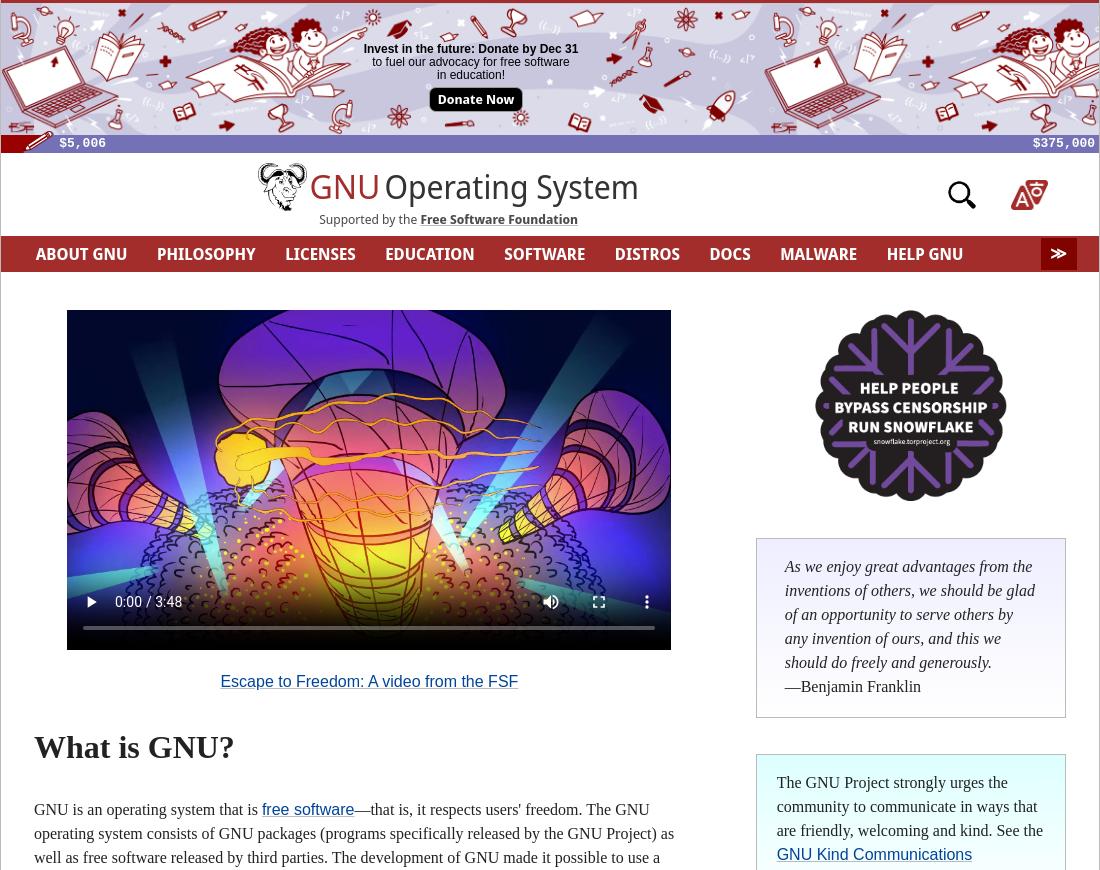 This screenshot has width=1100, height=870. What do you see at coordinates (498, 218) in the screenshot?
I see `'Free Software Foundation'` at bounding box center [498, 218].